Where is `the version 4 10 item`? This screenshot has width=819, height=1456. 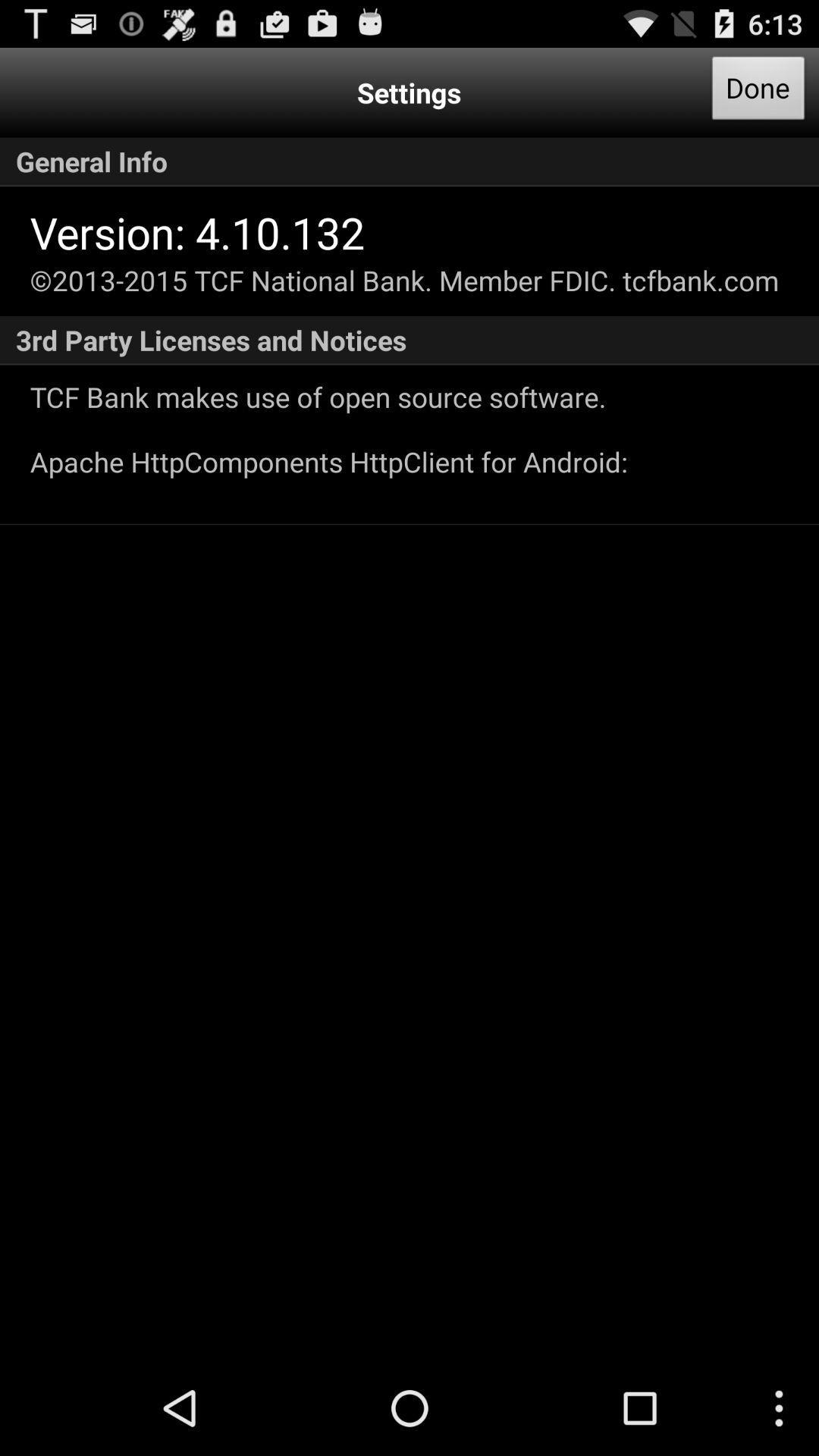 the version 4 10 item is located at coordinates (196, 231).